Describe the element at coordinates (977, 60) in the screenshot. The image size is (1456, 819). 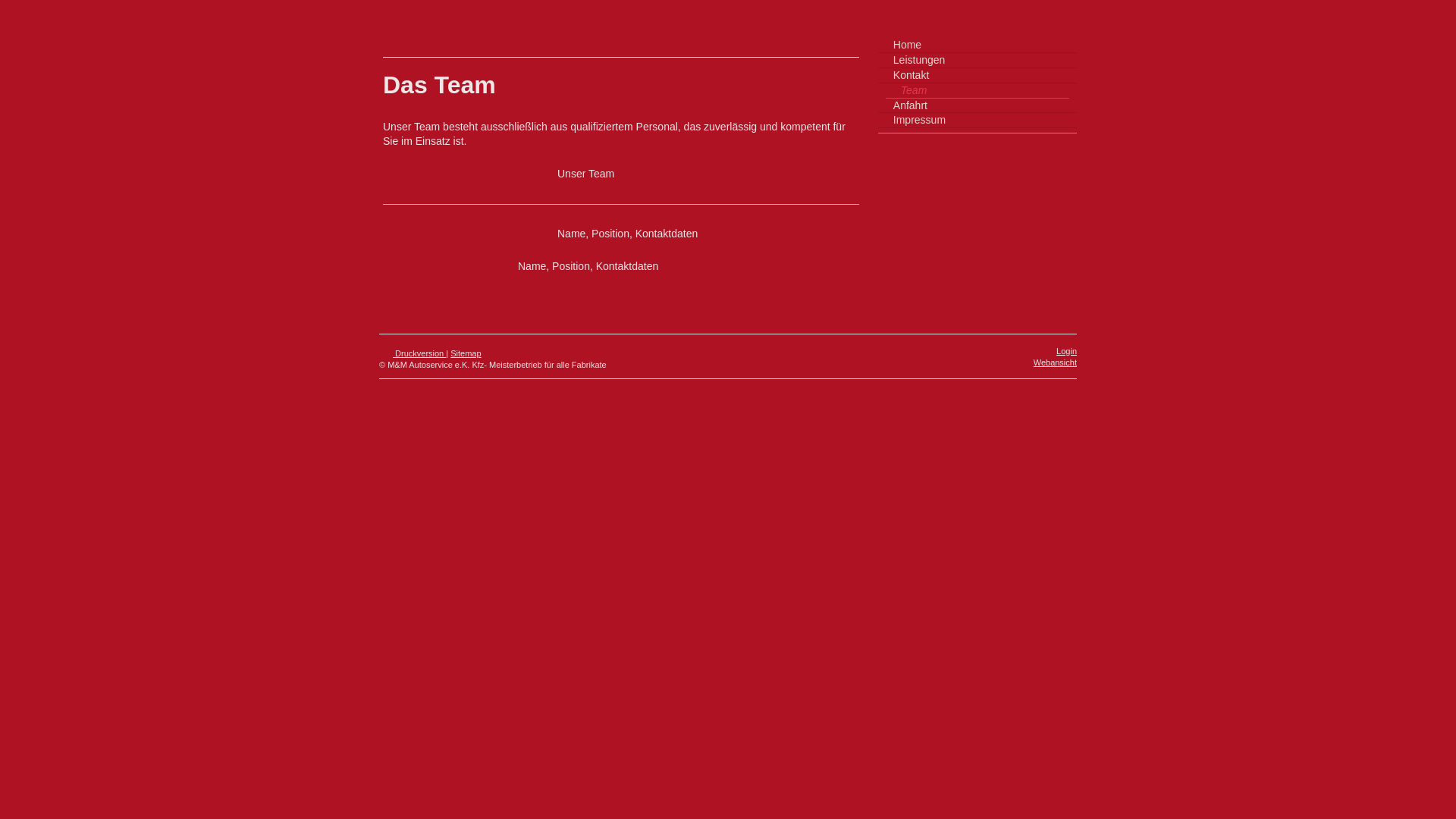
I see `'Leistungen'` at that location.